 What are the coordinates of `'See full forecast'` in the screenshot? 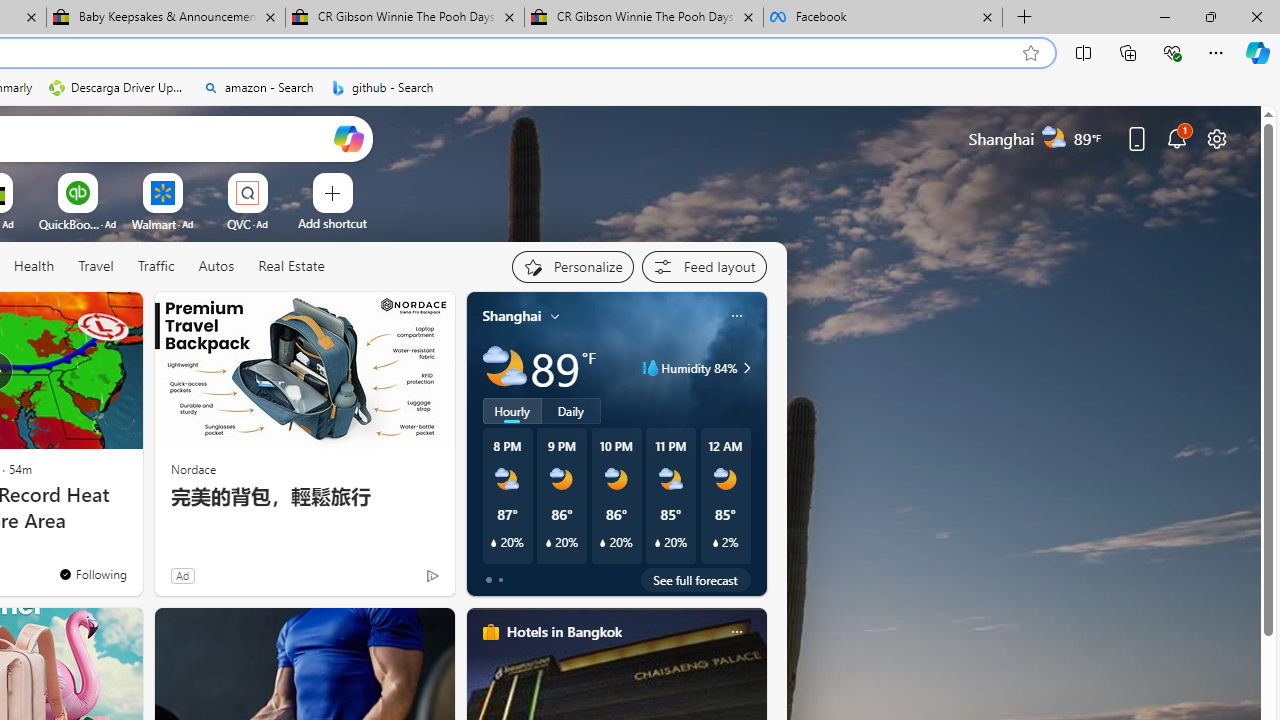 It's located at (695, 579).